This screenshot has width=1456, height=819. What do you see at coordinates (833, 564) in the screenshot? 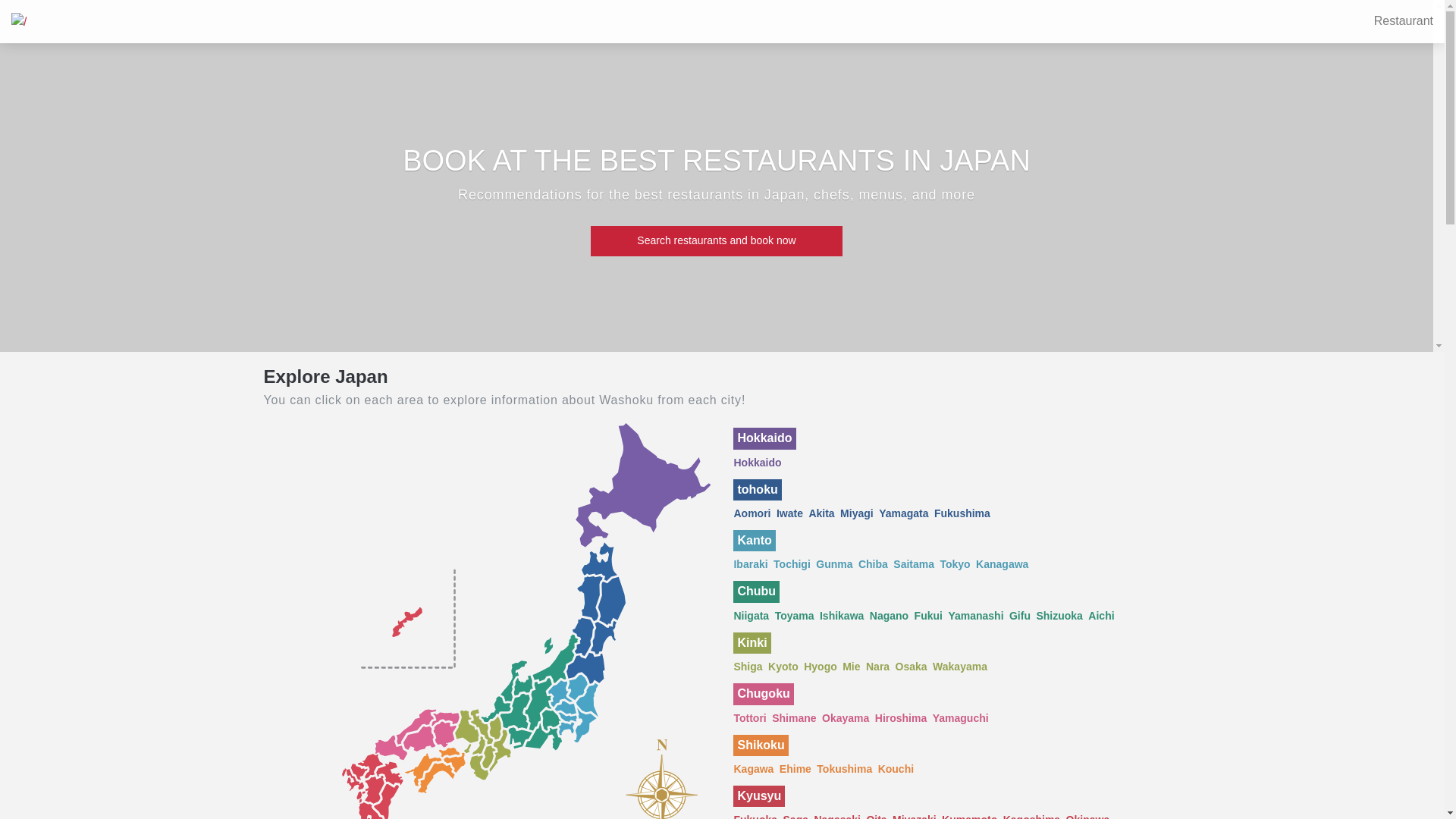
I see `'Gunma'` at bounding box center [833, 564].